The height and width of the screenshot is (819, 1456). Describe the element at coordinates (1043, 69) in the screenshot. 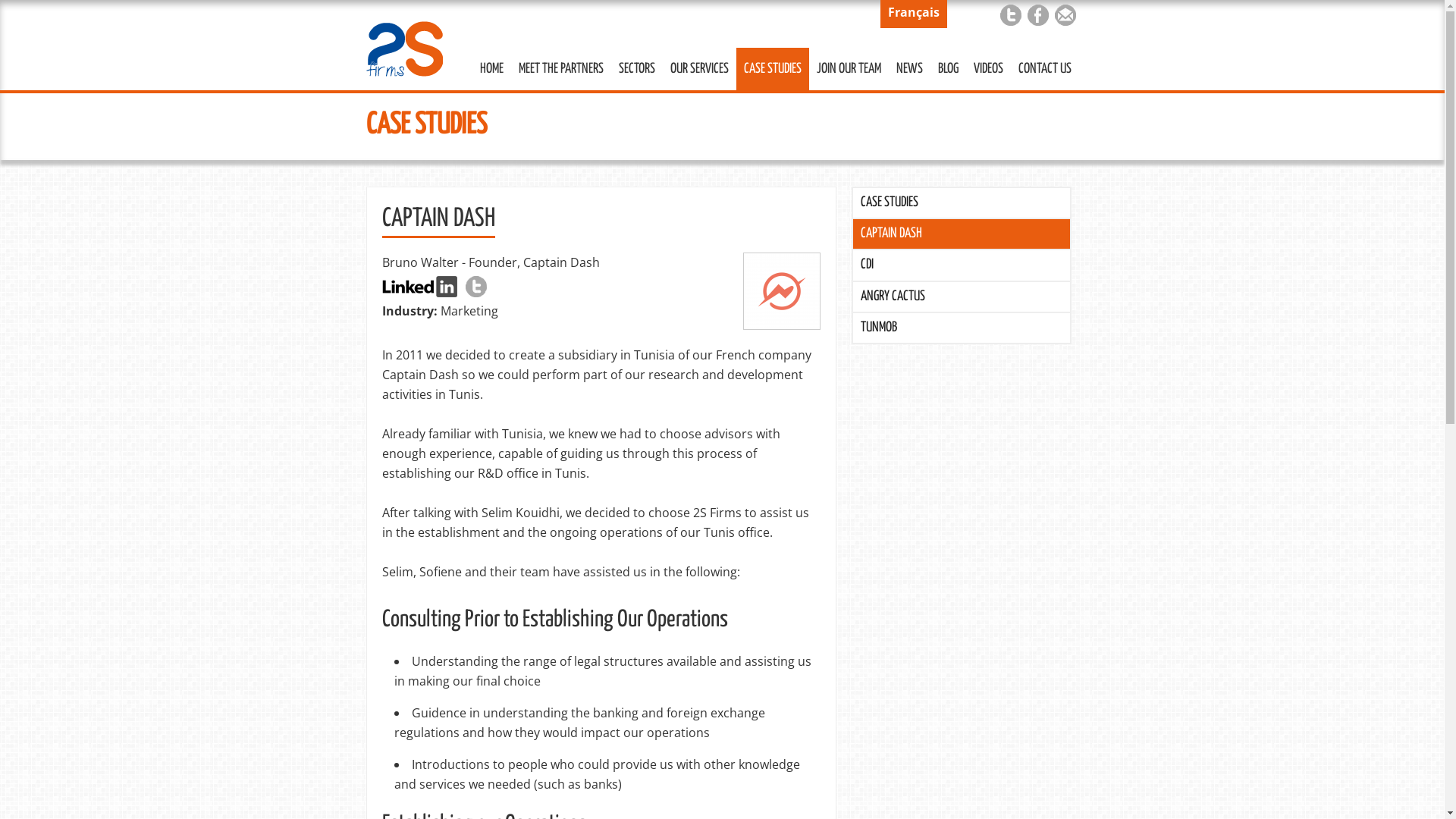

I see `'CONTACT US'` at that location.